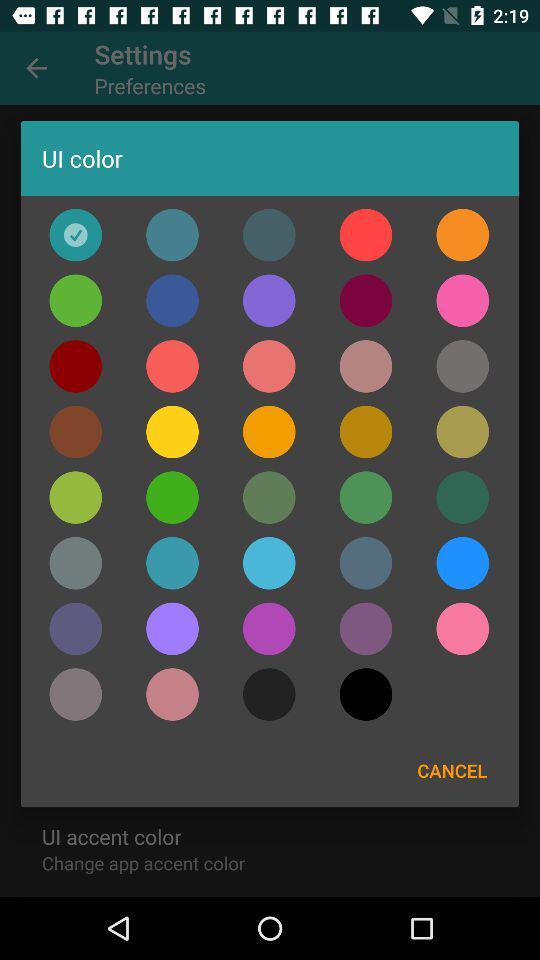 The image size is (540, 960). I want to click on blue, so click(269, 563).